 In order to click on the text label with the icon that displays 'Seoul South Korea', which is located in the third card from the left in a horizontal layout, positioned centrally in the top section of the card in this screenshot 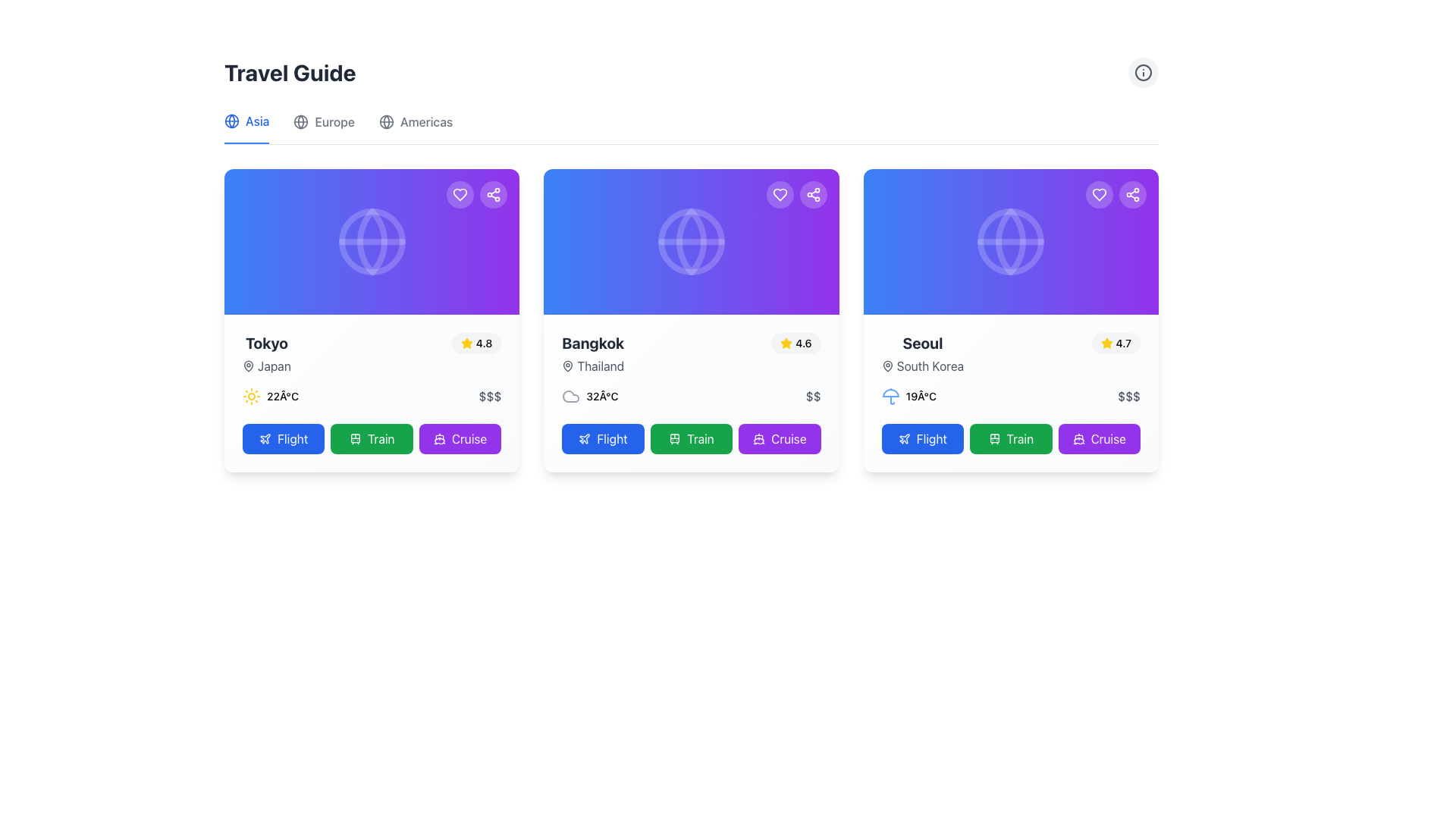, I will do `click(921, 353)`.